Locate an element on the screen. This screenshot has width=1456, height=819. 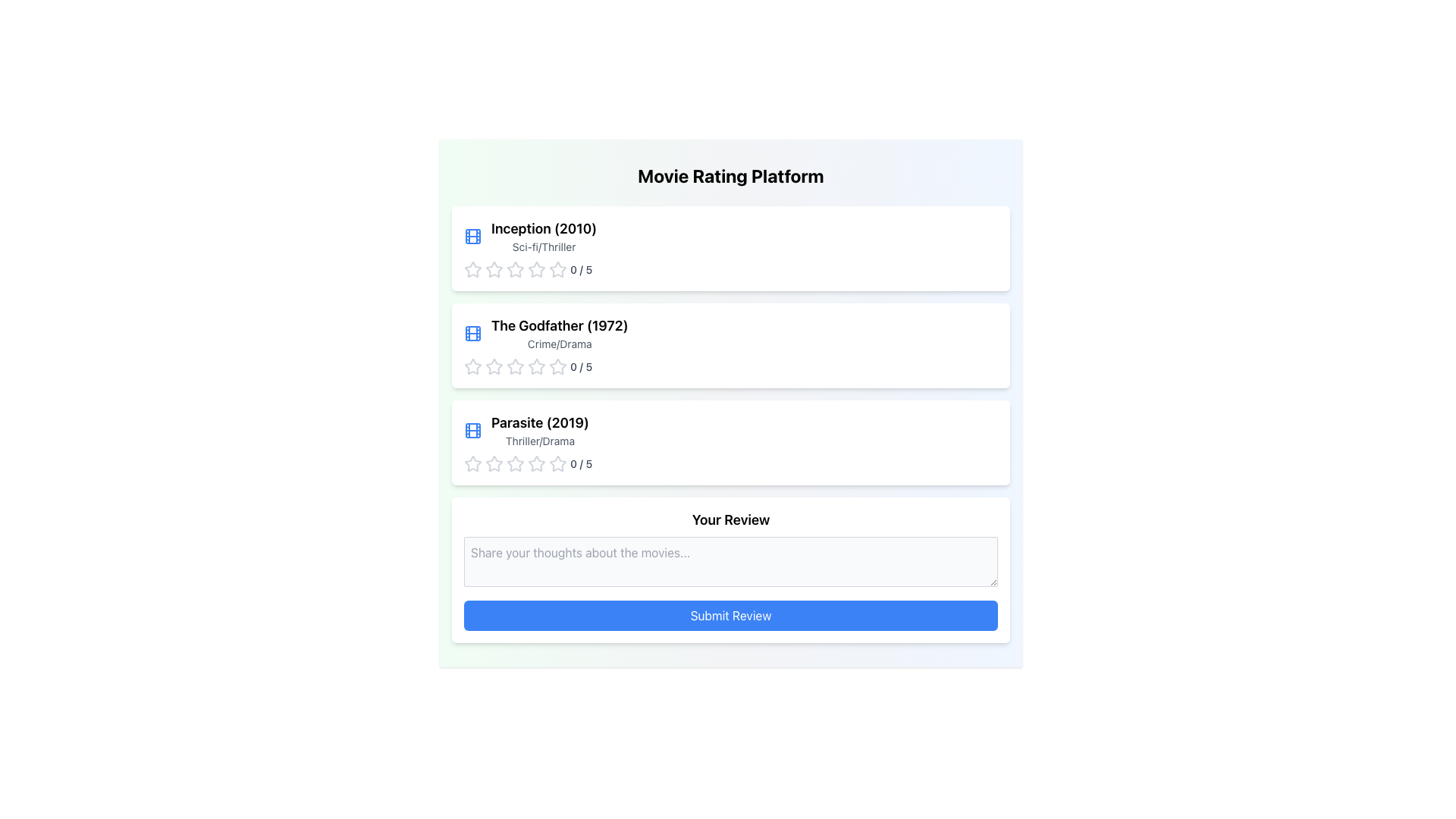
the first hollow star icon in the rating section for the movie 'The Godfather (1972)' to rate it is located at coordinates (472, 366).